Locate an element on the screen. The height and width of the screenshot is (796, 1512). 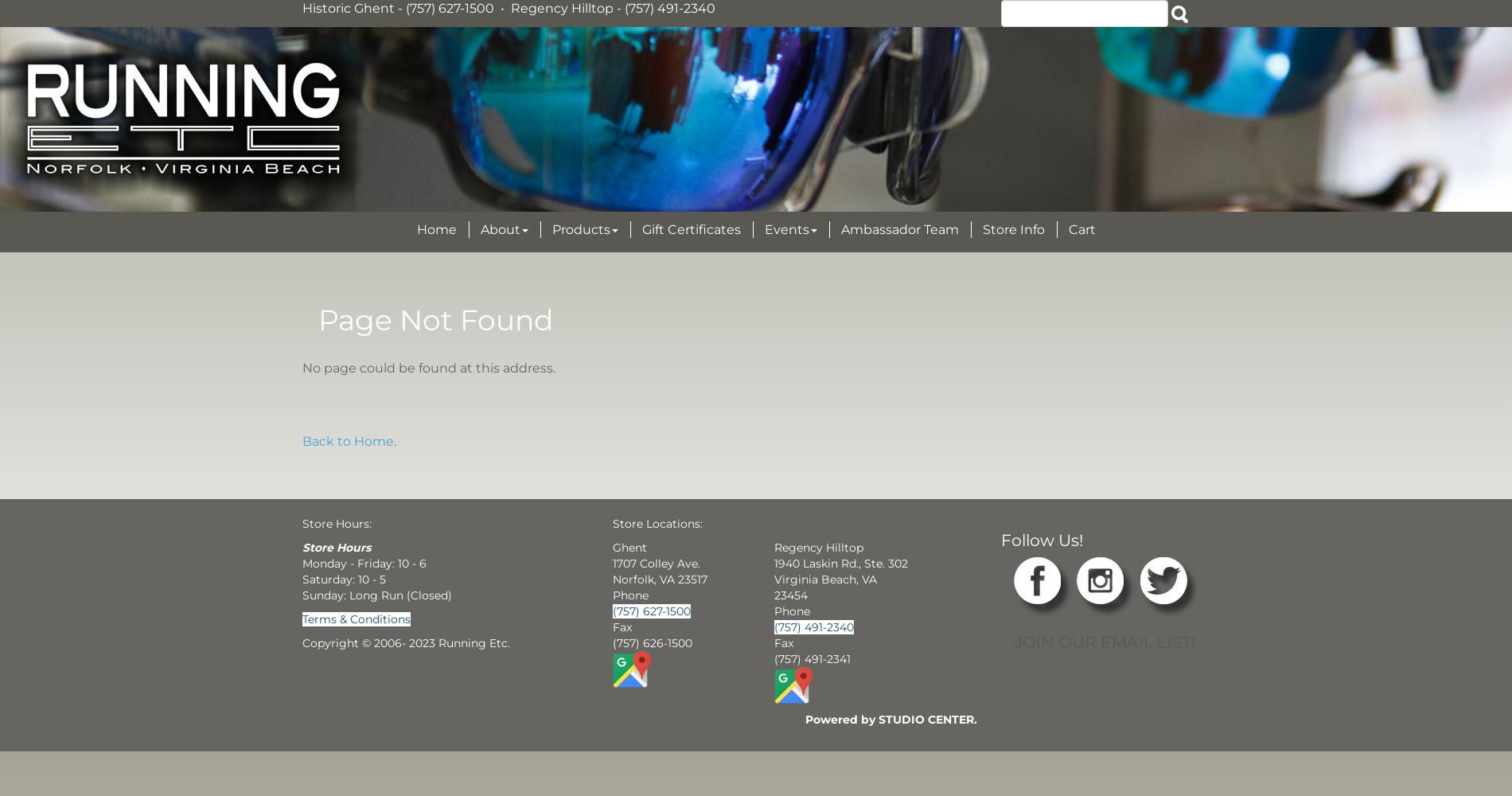
'STUDIO CENTER' is located at coordinates (925, 719).